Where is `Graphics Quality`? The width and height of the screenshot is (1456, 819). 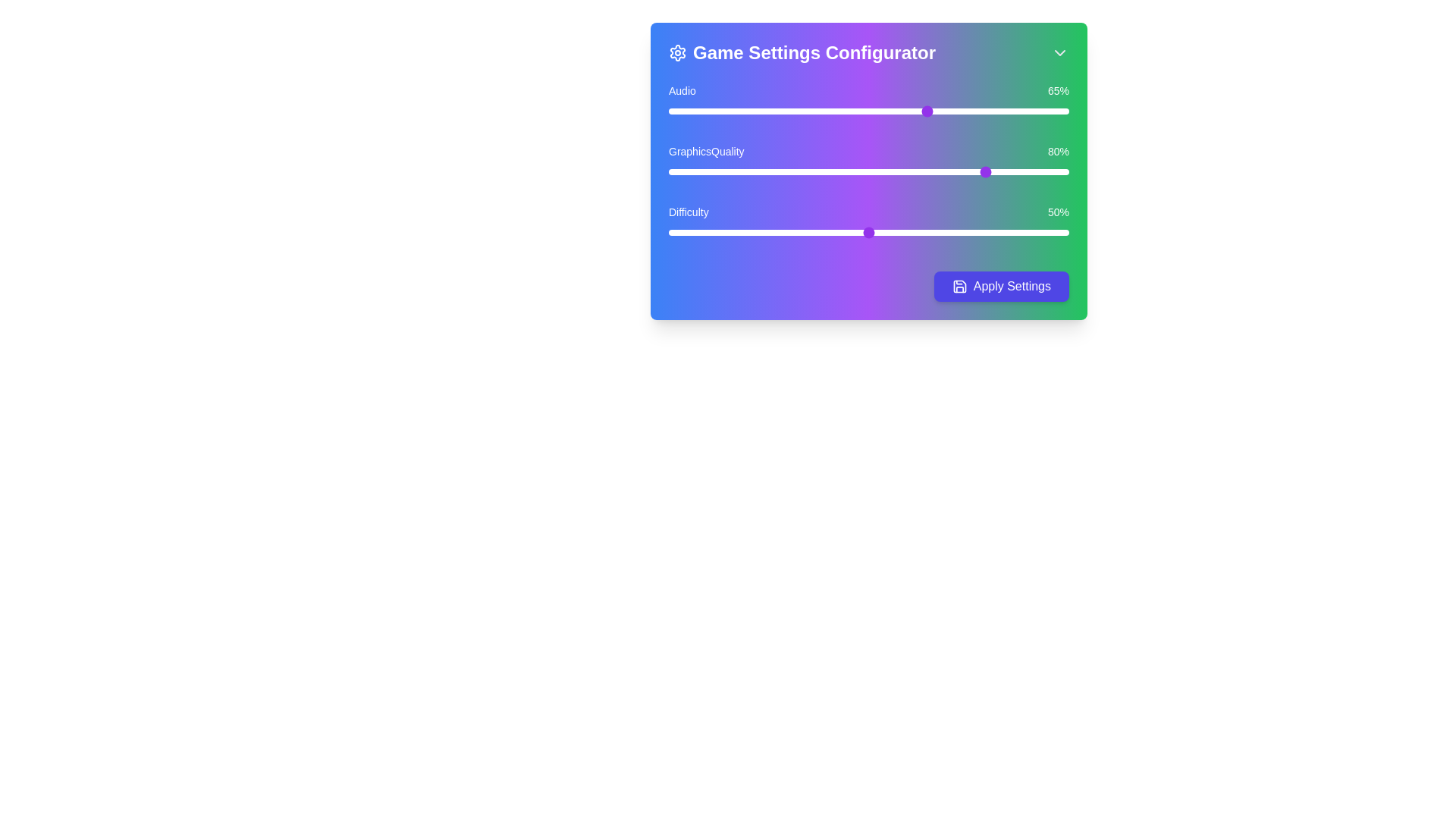 Graphics Quality is located at coordinates (1040, 171).